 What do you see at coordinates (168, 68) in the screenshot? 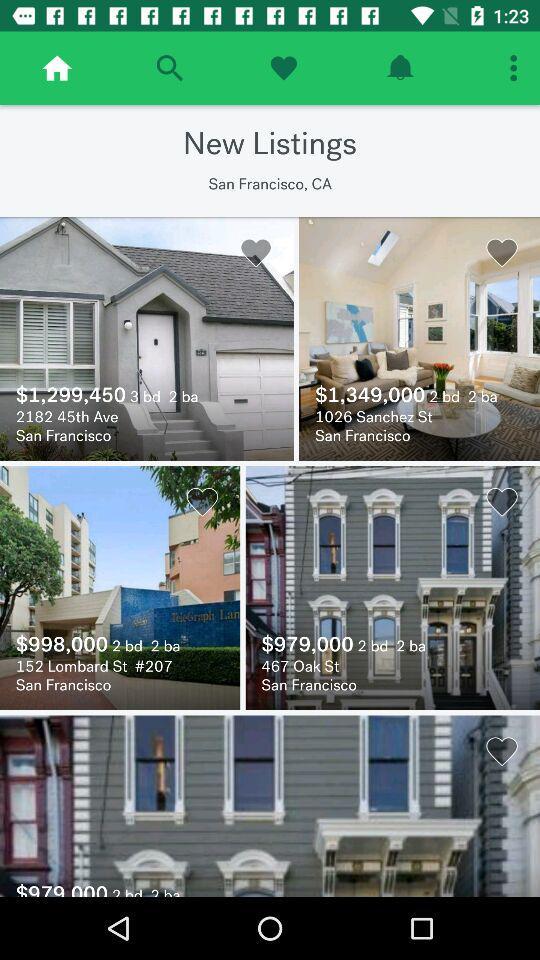
I see `search` at bounding box center [168, 68].